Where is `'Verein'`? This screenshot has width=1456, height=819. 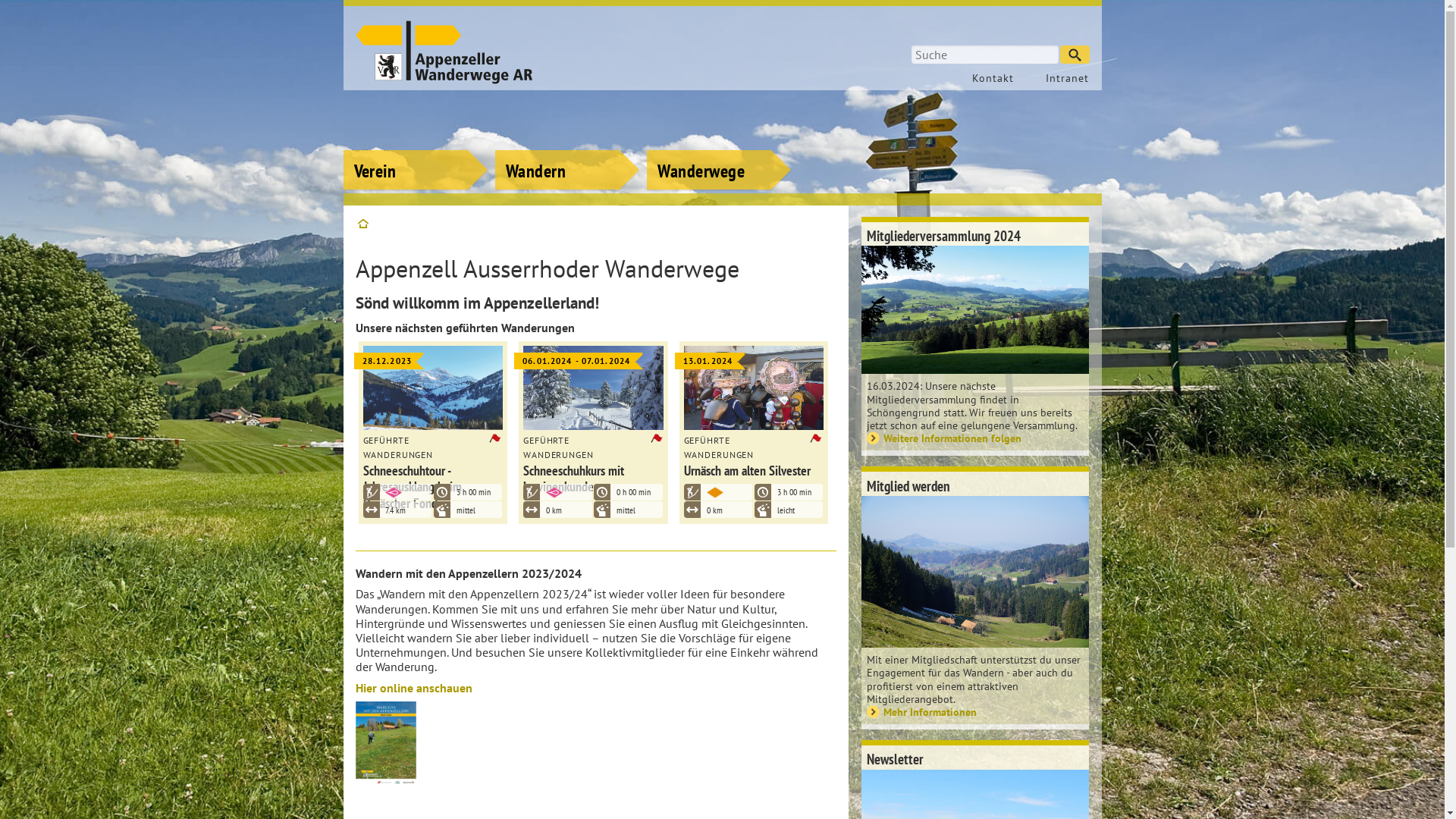 'Verein' is located at coordinates (415, 148).